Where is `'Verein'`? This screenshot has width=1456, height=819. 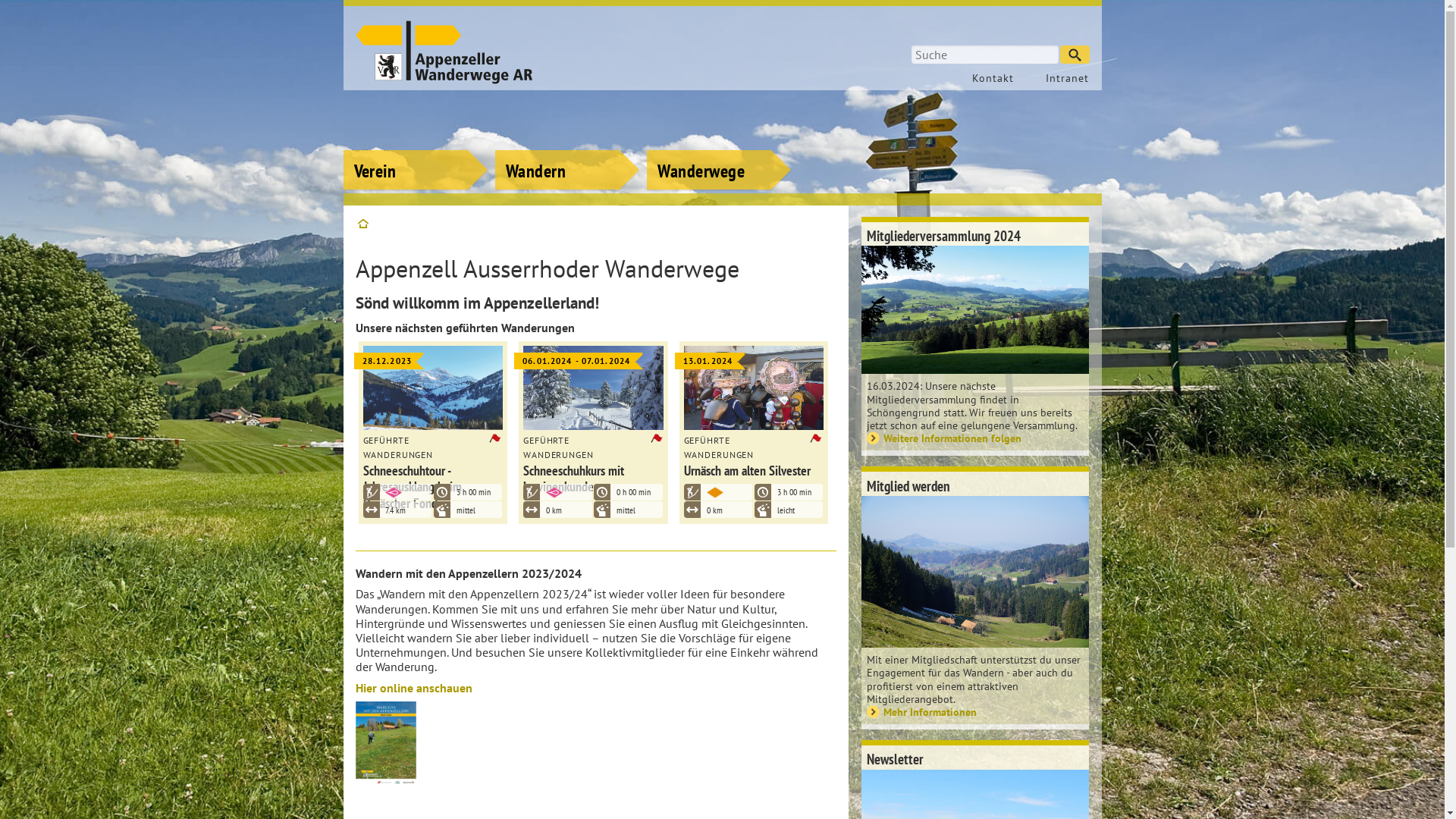 'Verein' is located at coordinates (415, 148).